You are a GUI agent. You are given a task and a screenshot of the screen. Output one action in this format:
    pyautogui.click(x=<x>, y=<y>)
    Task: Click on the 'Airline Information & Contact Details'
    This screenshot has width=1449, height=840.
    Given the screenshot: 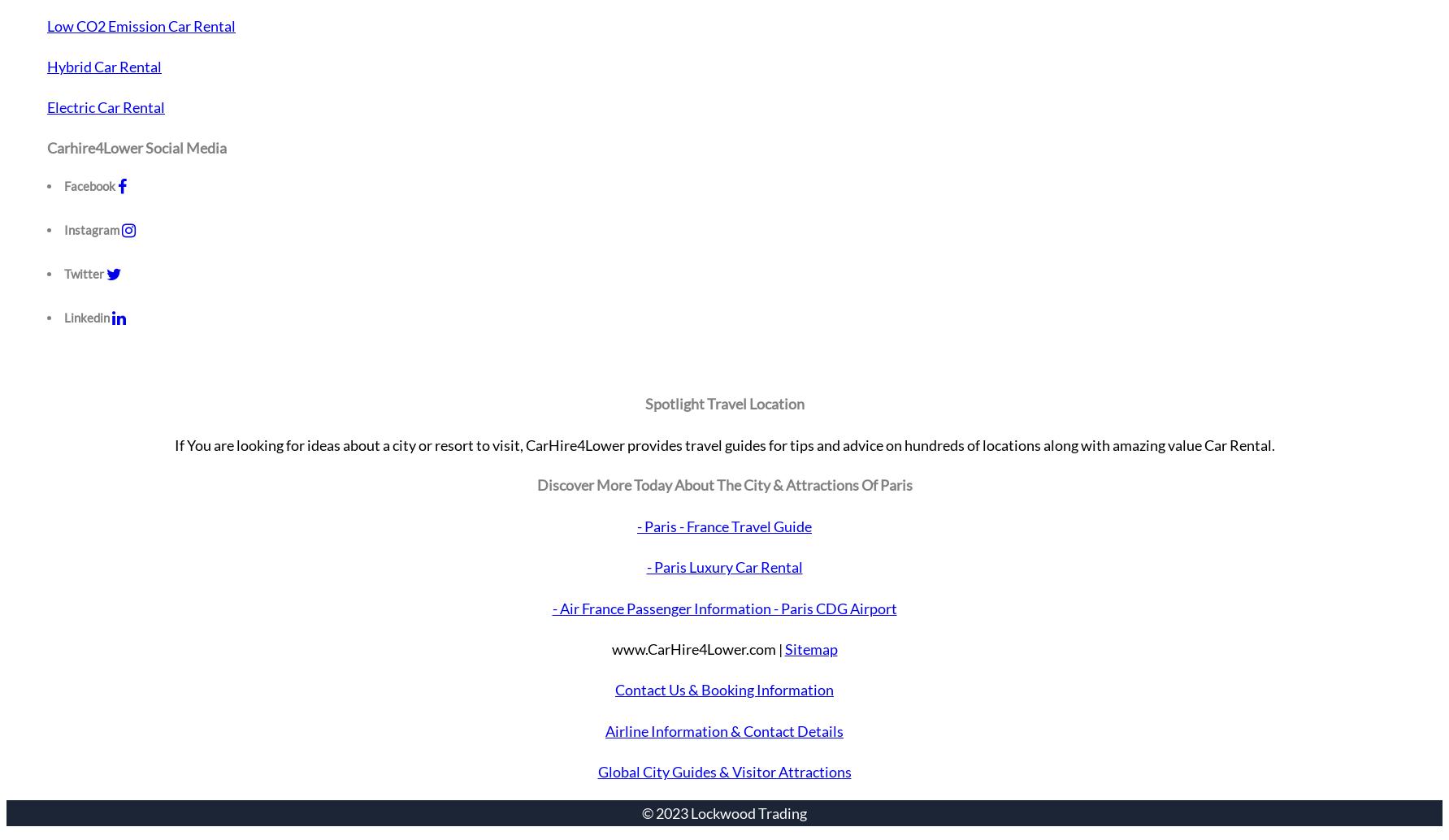 What is the action you would take?
    pyautogui.click(x=724, y=729)
    